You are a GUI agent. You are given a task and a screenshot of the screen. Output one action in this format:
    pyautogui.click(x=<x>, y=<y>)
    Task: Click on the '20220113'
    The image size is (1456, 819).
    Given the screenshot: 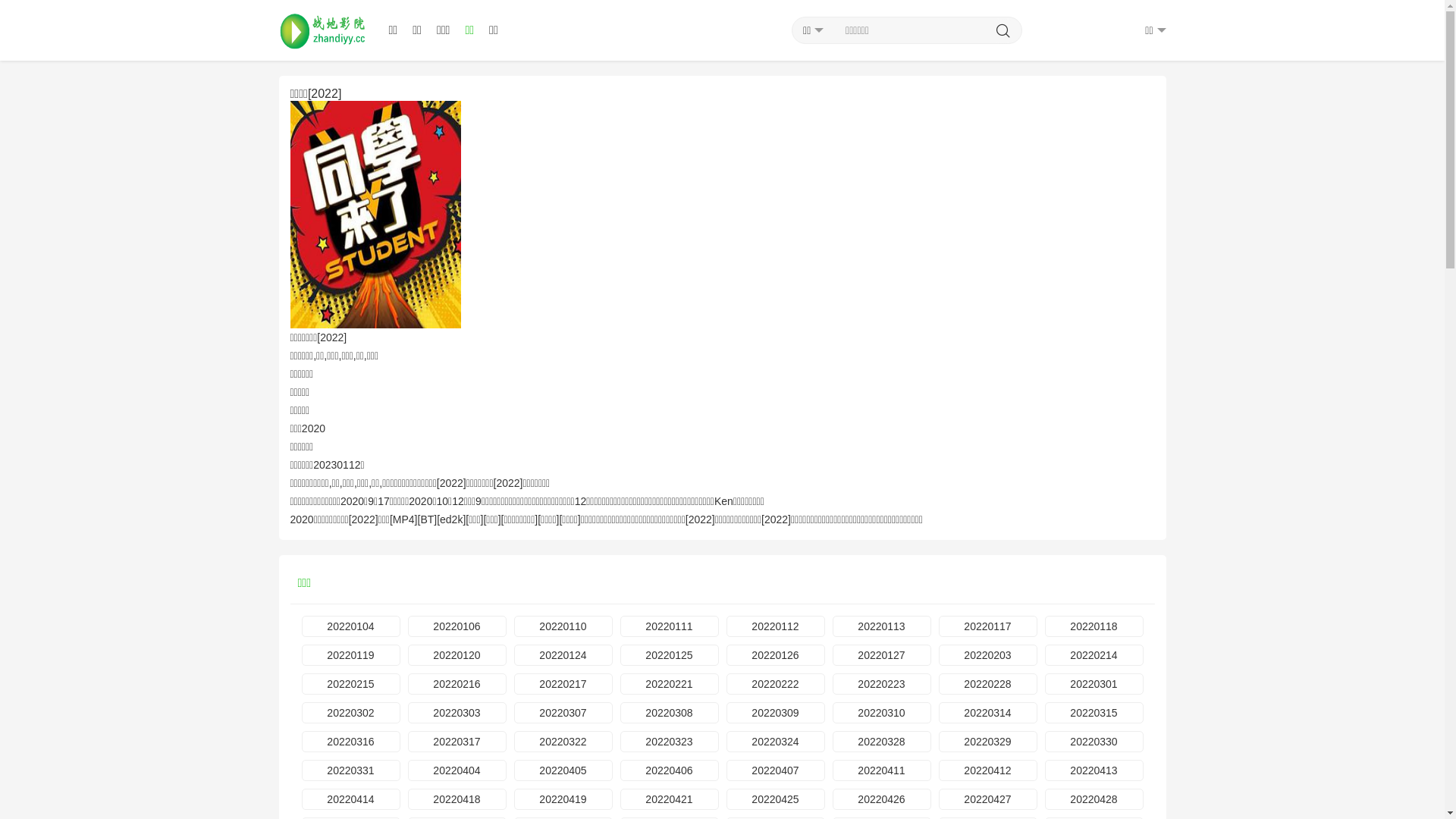 What is the action you would take?
    pyautogui.click(x=881, y=626)
    